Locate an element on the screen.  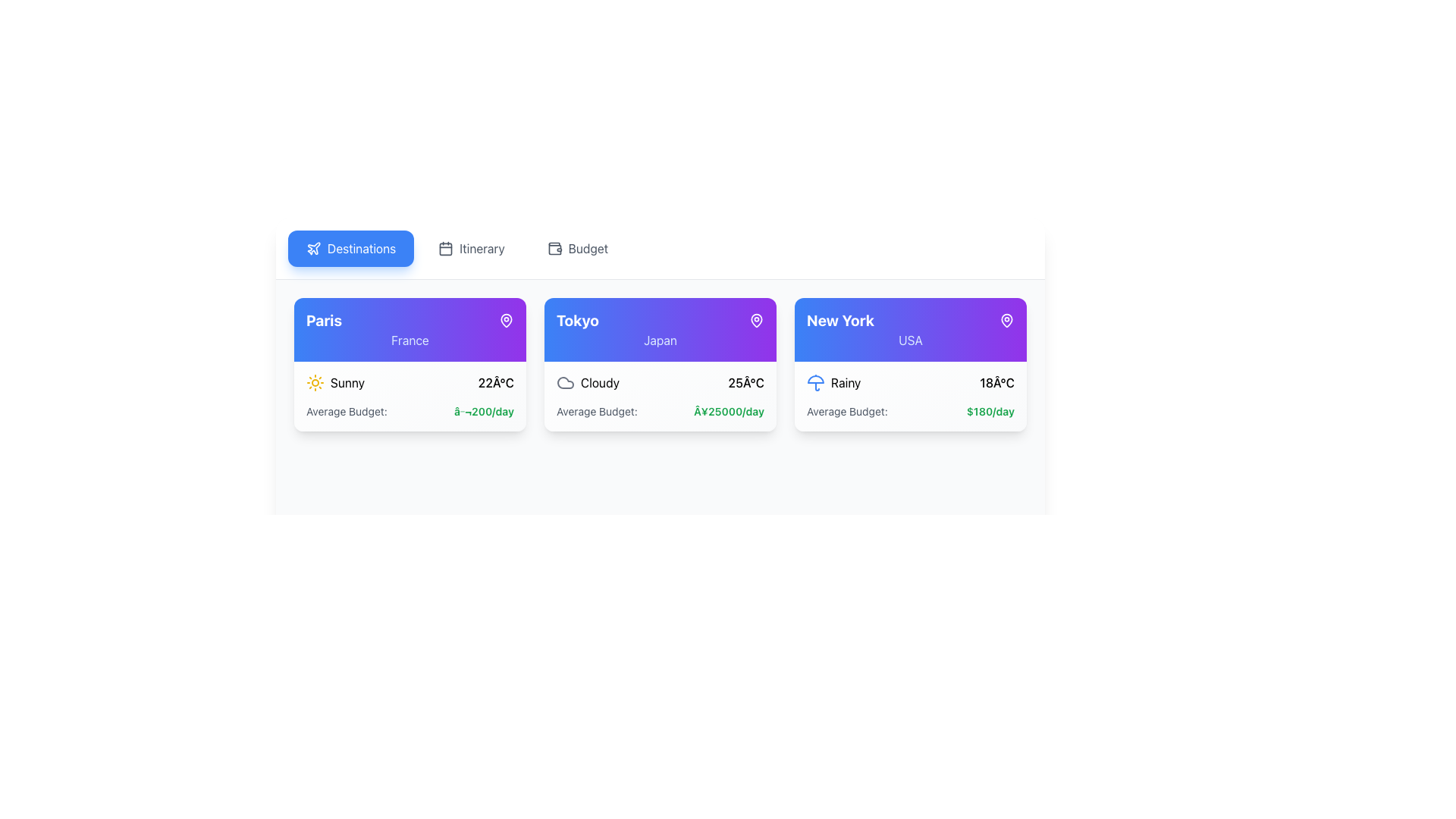
the interactive icon in the header navigation bar, located next to the text 'Budget' is located at coordinates (554, 247).